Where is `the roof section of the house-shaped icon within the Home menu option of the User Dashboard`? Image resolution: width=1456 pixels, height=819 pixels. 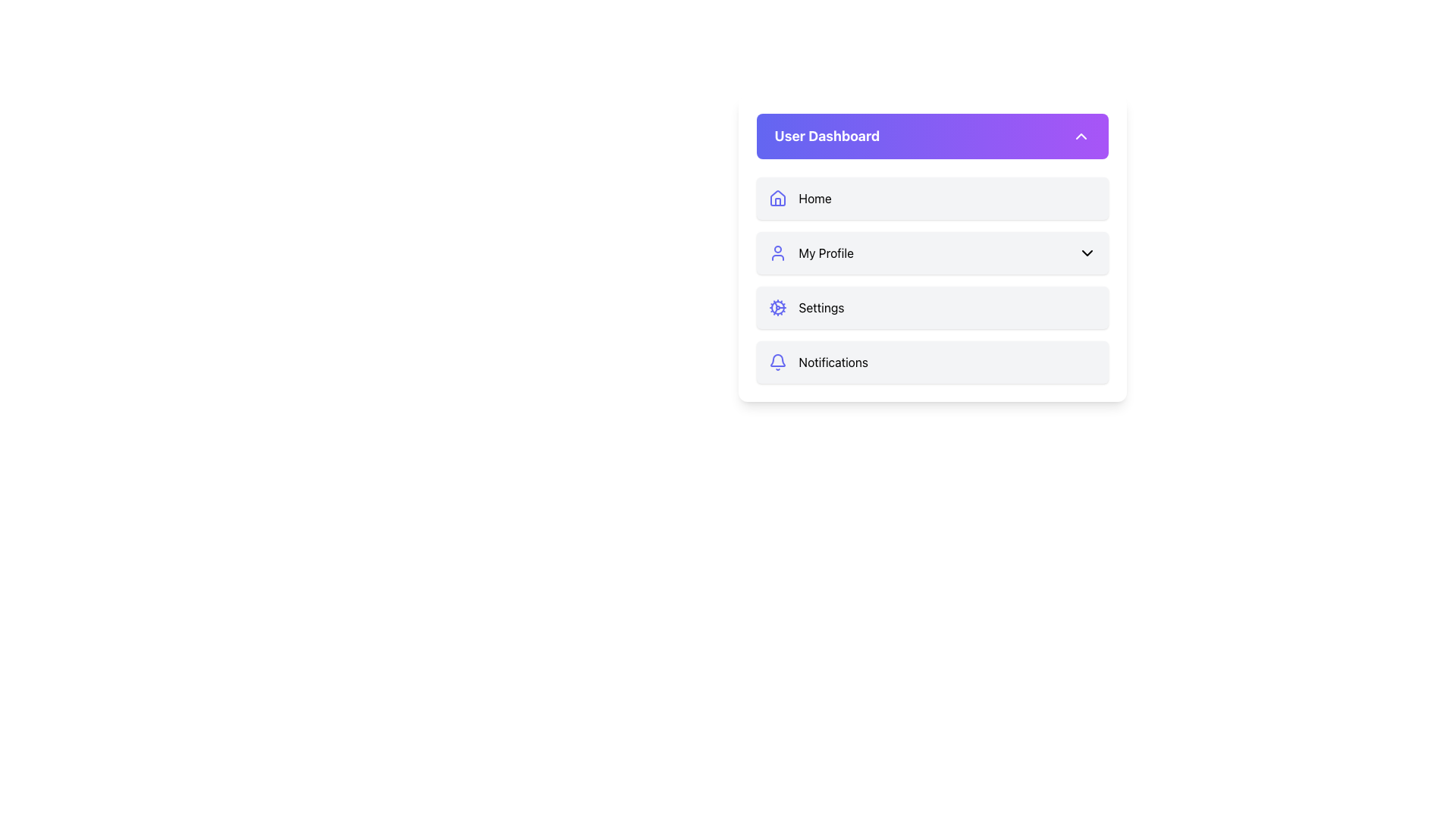 the roof section of the house-shaped icon within the Home menu option of the User Dashboard is located at coordinates (777, 197).